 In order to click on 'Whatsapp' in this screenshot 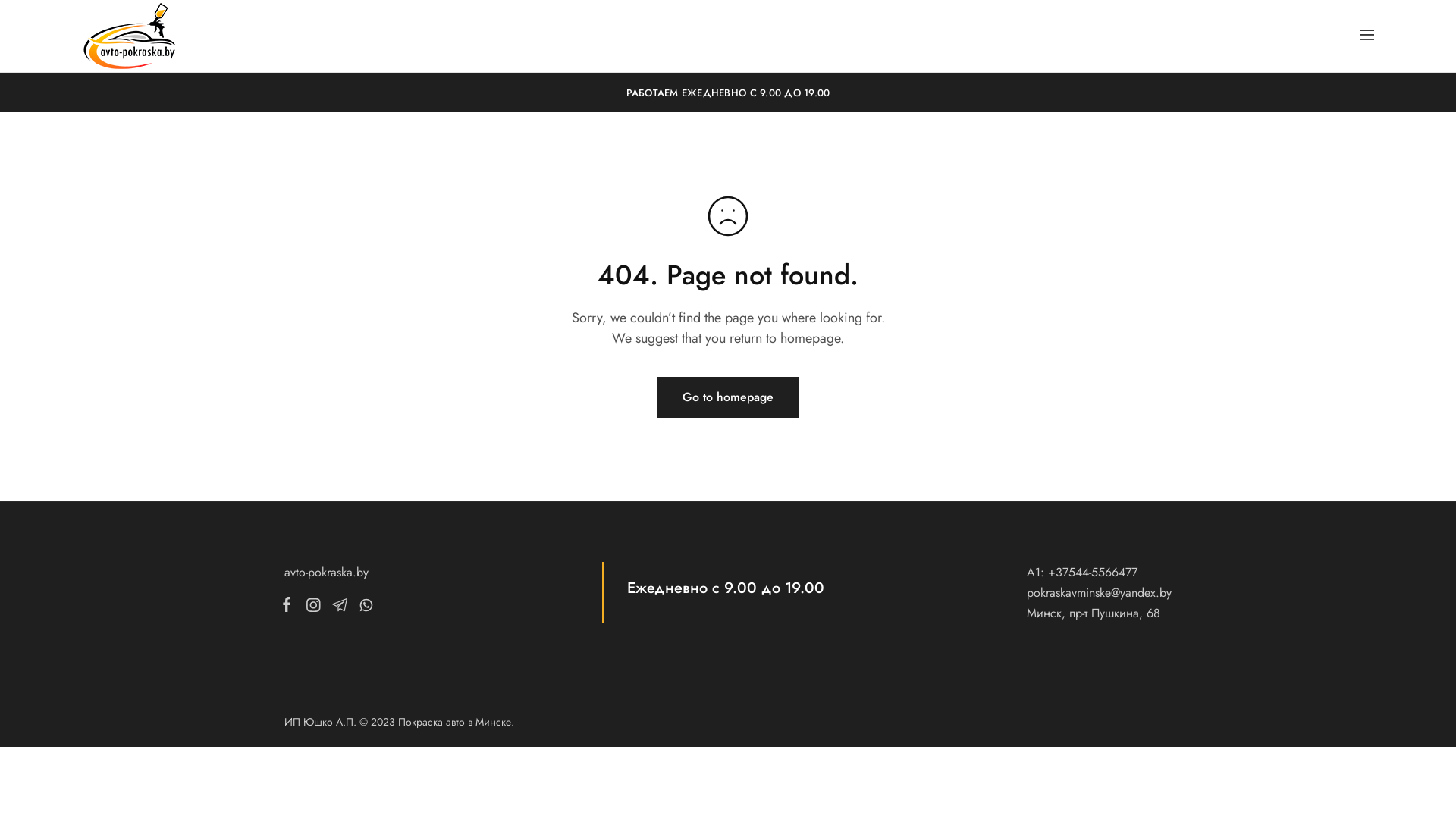, I will do `click(362, 607)`.